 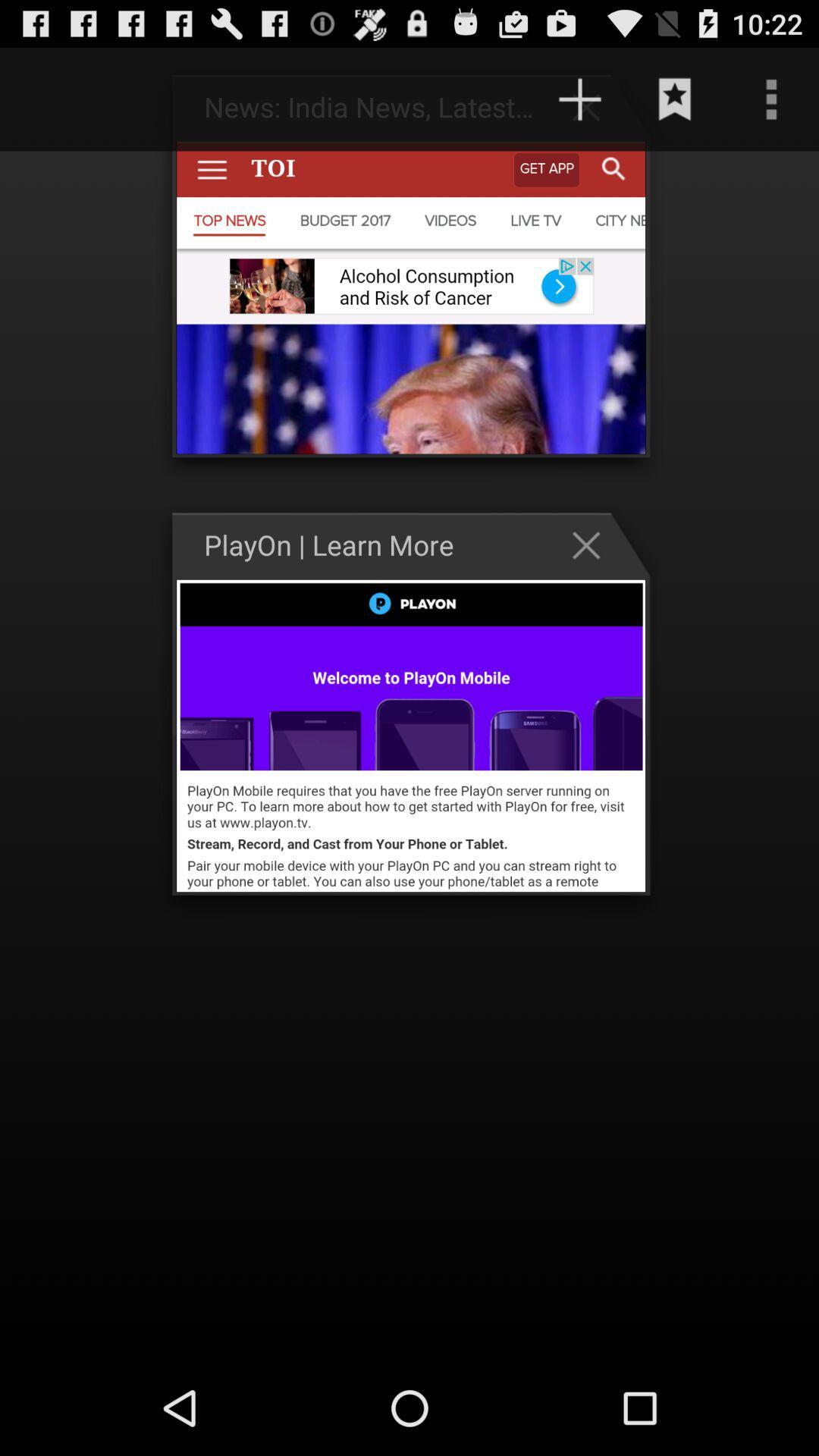 What do you see at coordinates (579, 105) in the screenshot?
I see `the add icon` at bounding box center [579, 105].